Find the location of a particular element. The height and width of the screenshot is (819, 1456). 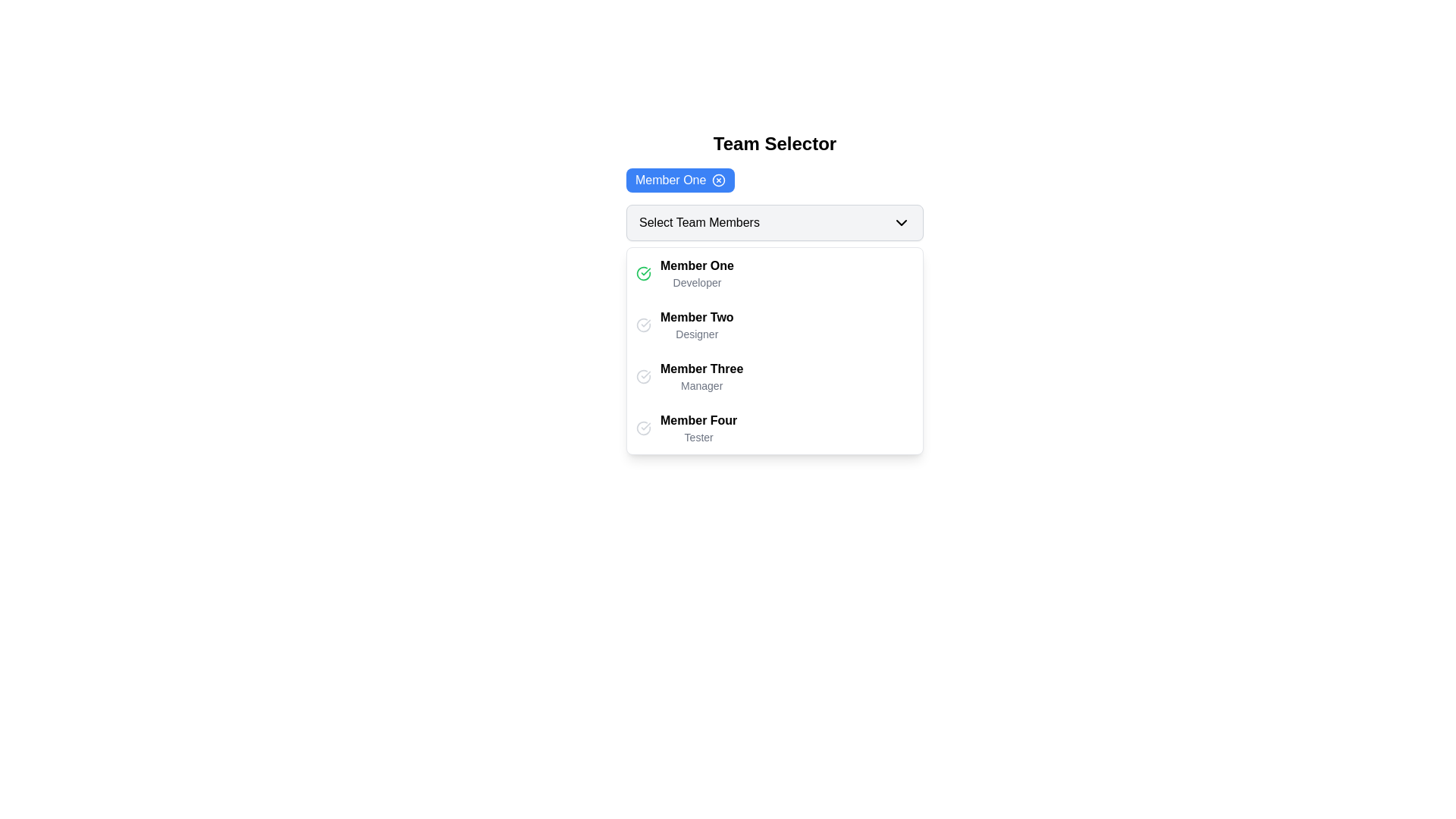

the Status indicator icon styled as a check within a circle, which is positioned at the leftmost end of the list item for 'Member Two' is located at coordinates (644, 324).